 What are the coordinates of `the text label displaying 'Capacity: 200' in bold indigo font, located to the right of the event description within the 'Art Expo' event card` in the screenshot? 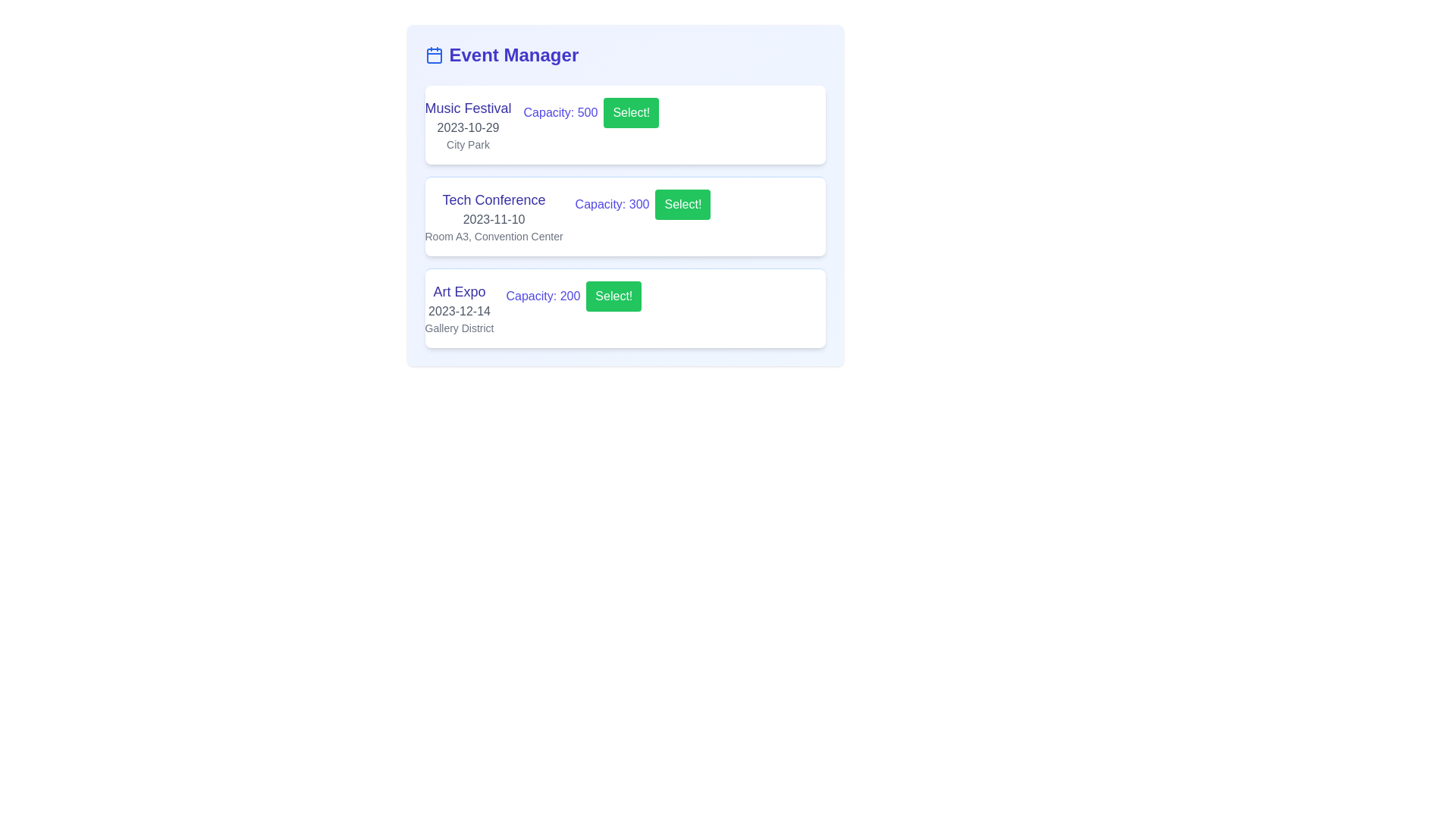 It's located at (543, 296).